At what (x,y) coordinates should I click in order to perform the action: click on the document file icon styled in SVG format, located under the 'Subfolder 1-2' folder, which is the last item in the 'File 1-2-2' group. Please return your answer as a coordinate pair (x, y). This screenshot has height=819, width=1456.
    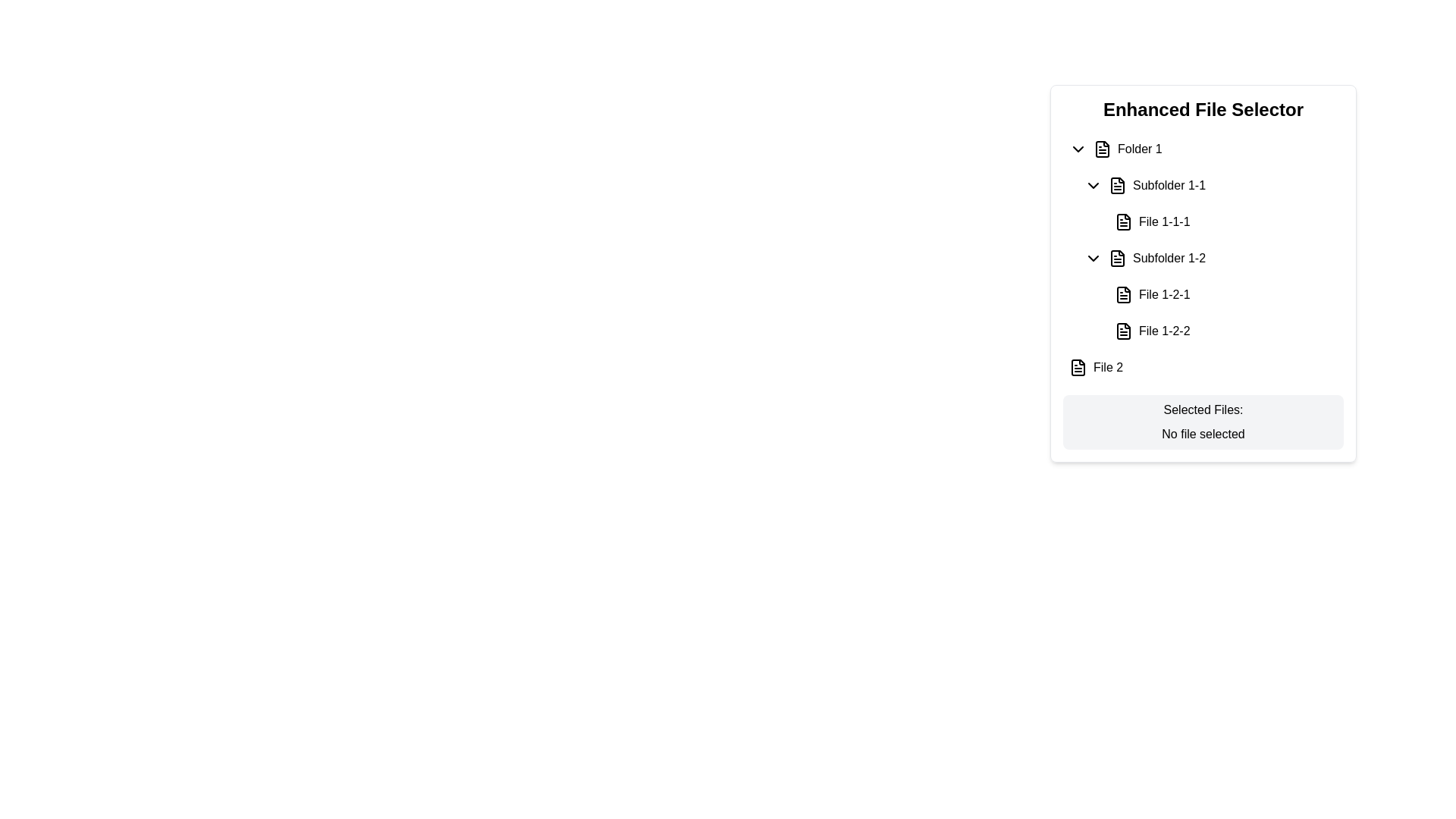
    Looking at the image, I should click on (1124, 330).